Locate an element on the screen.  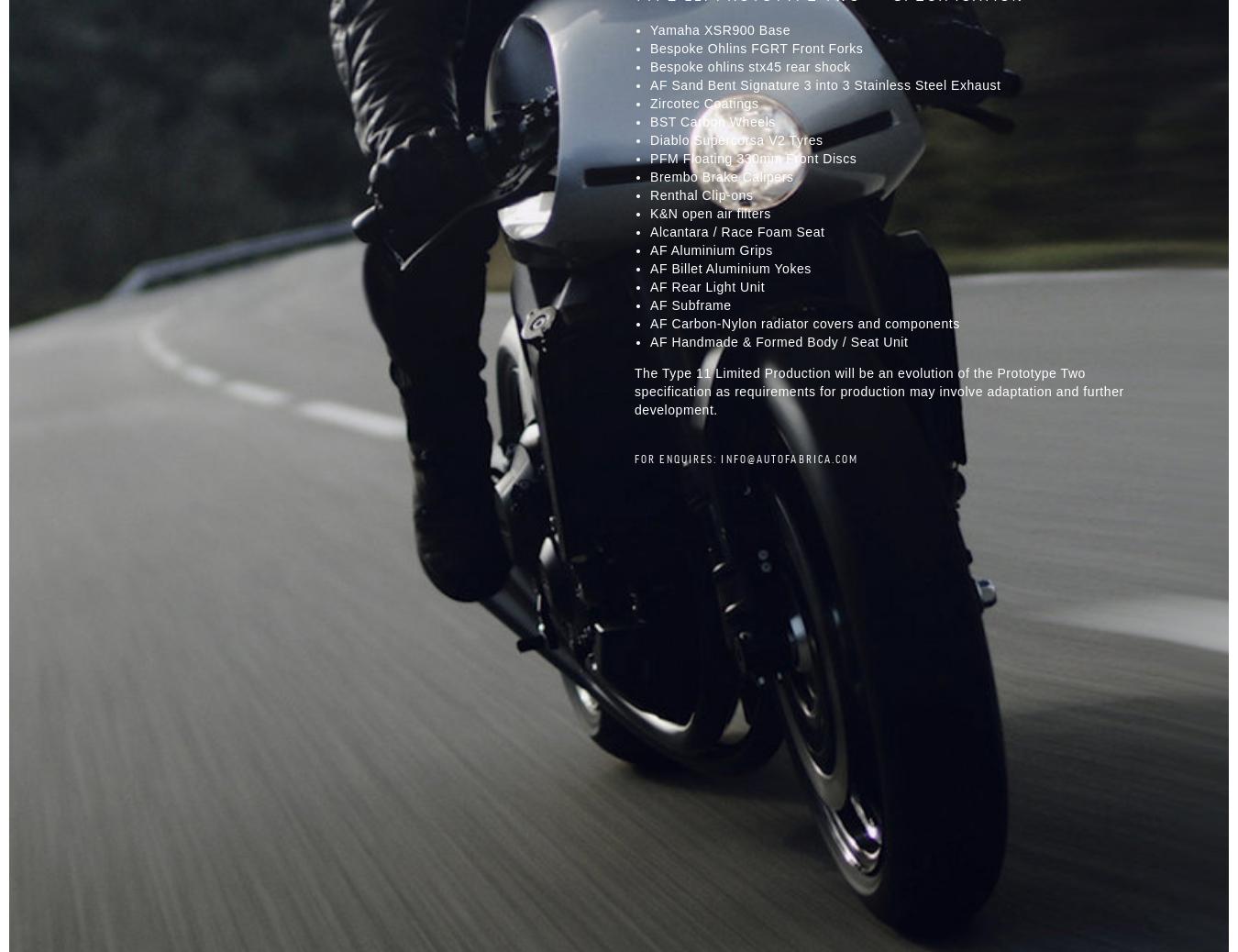
'Diablo Supercorsa V2 Tyres' is located at coordinates (649, 138).